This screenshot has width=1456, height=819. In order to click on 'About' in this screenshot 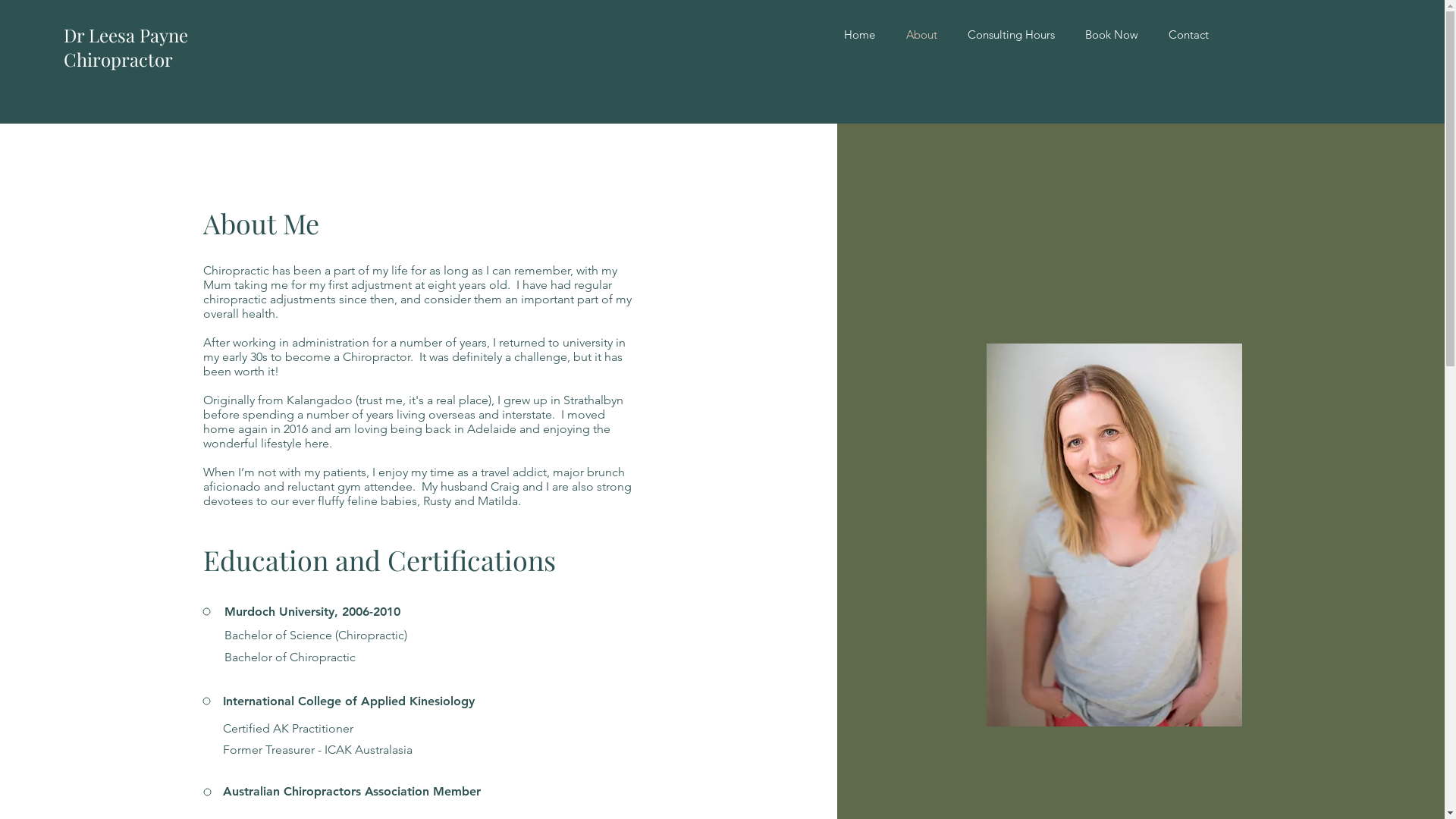, I will do `click(920, 34)`.